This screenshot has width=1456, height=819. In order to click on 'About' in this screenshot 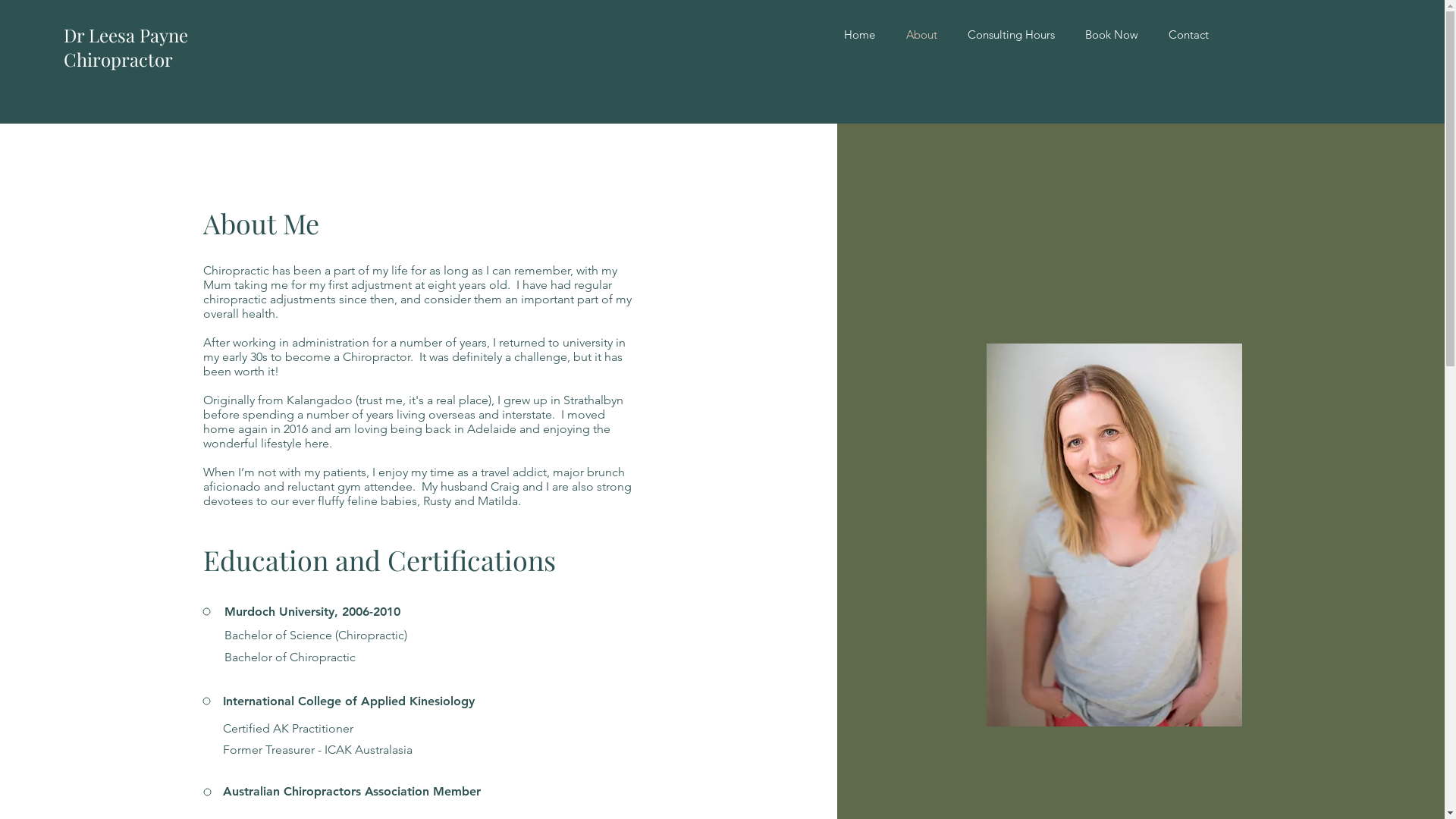, I will do `click(920, 34)`.